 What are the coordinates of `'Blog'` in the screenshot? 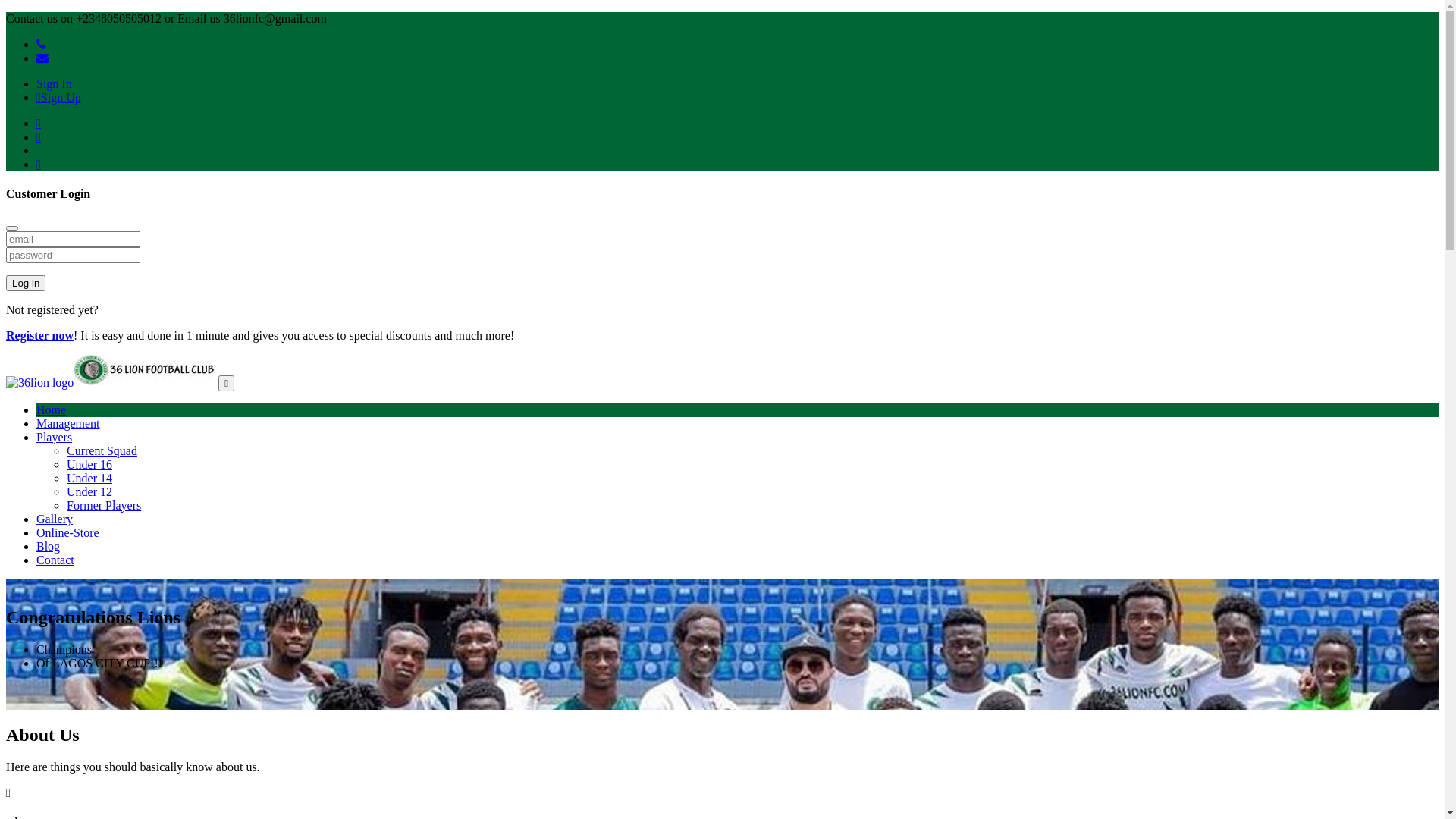 It's located at (48, 546).